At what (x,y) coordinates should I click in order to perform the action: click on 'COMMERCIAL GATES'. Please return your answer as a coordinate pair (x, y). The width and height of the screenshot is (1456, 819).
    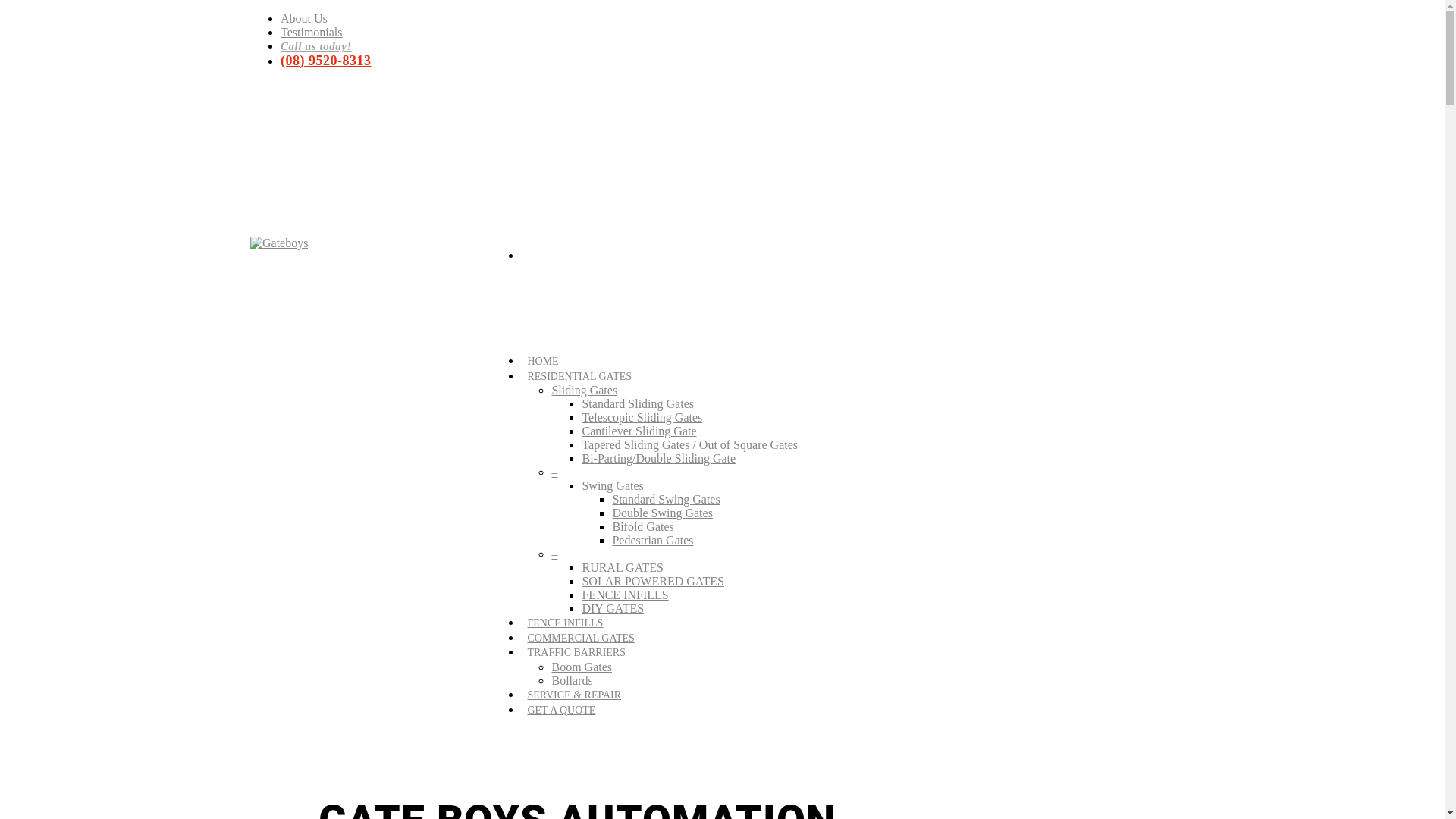
    Looking at the image, I should click on (527, 642).